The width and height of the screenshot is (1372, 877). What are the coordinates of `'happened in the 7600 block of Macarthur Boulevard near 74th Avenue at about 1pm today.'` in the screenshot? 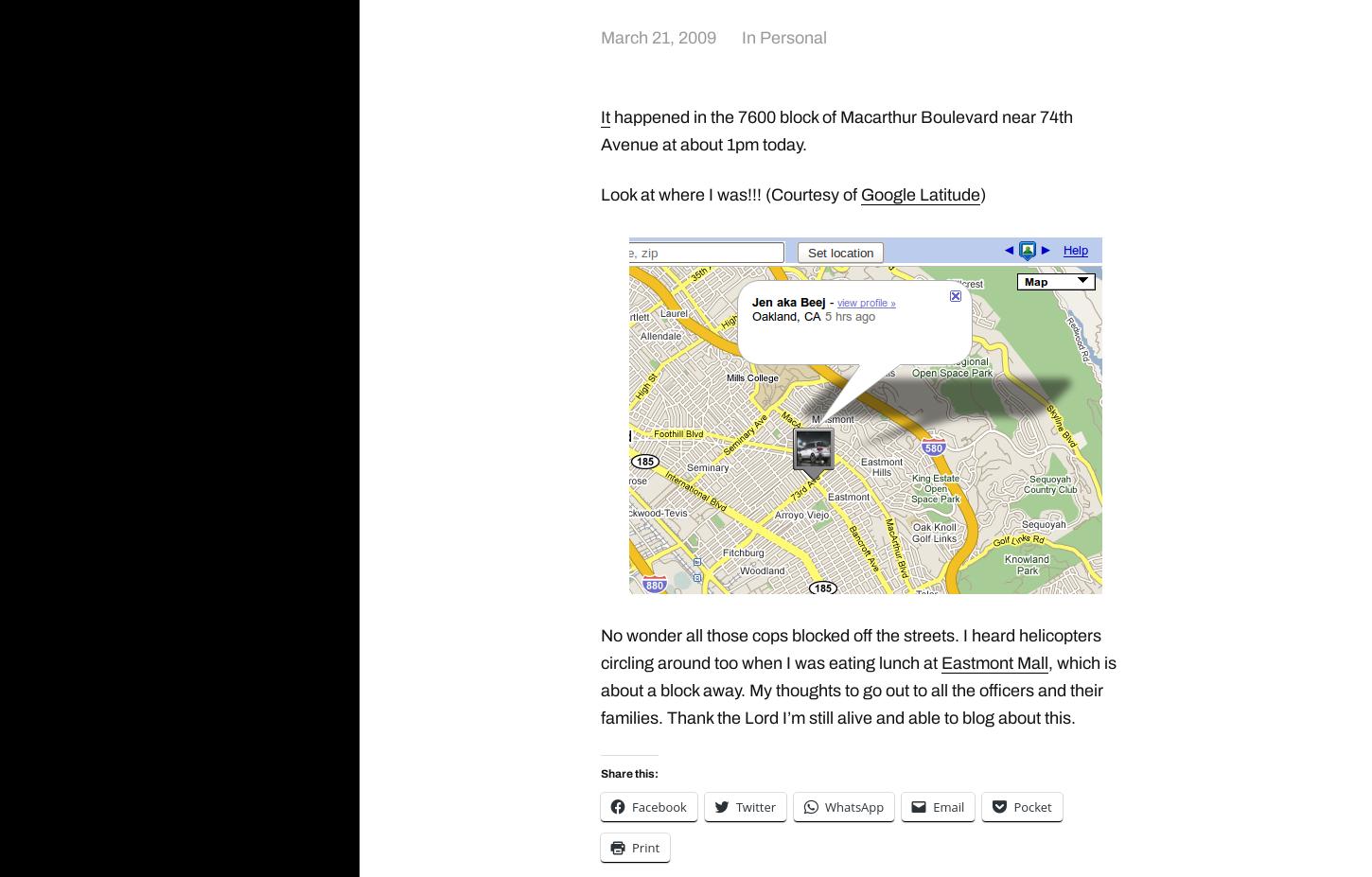 It's located at (836, 129).